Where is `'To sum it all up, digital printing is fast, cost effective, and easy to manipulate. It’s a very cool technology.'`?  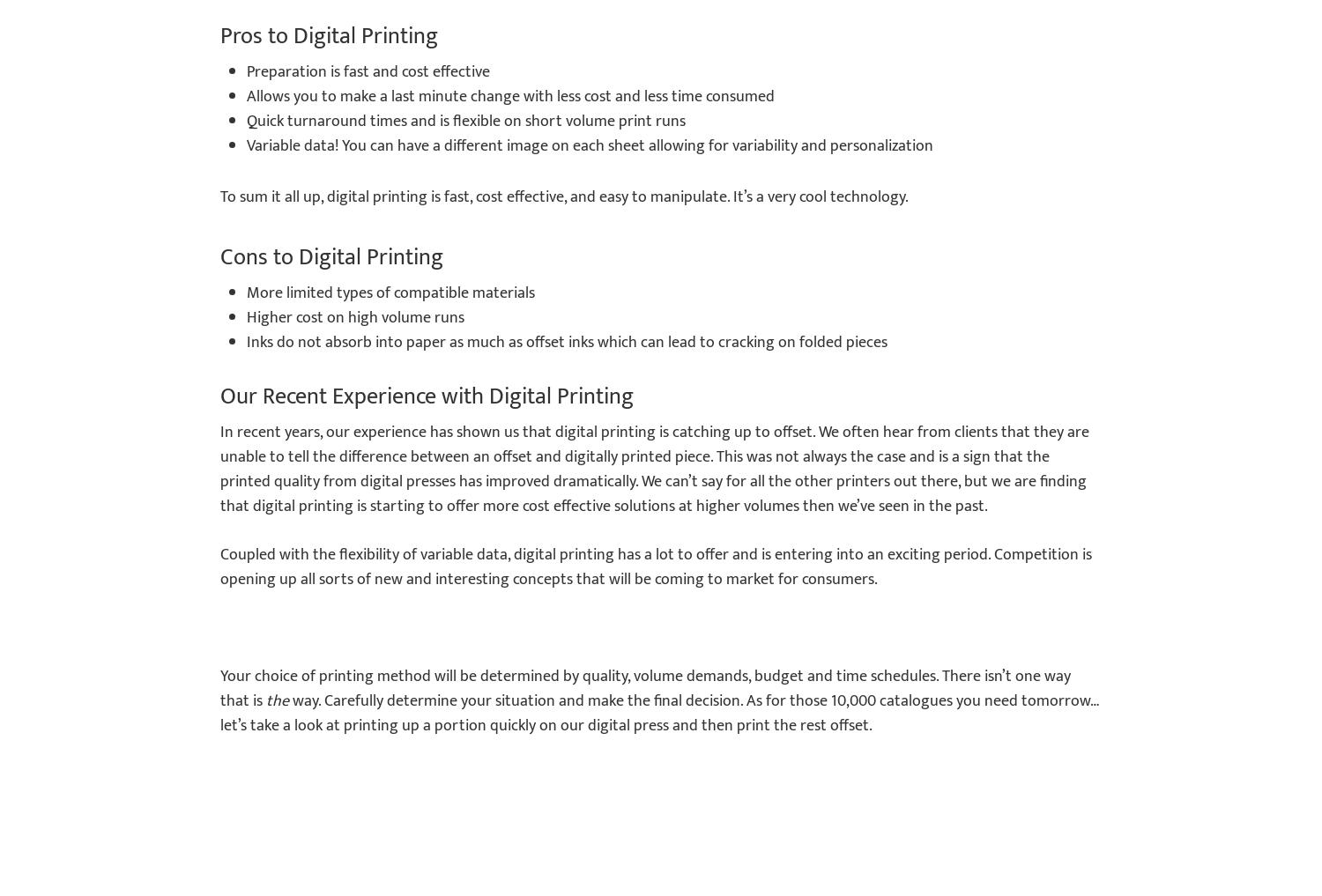 'To sum it all up, digital printing is fast, cost effective, and easy to manipulate. It’s a very cool technology.' is located at coordinates (564, 197).